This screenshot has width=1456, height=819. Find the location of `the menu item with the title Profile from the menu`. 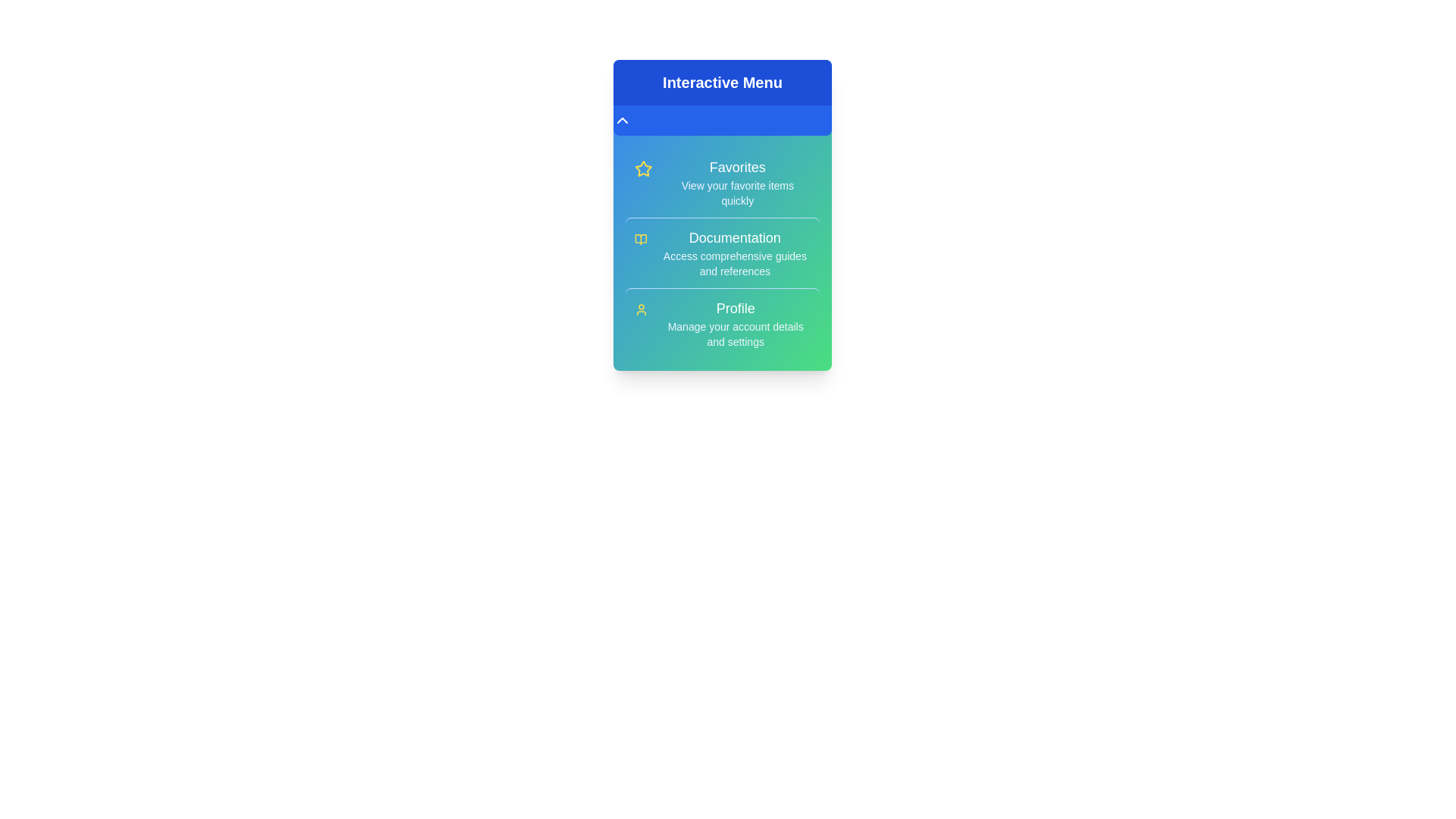

the menu item with the title Profile from the menu is located at coordinates (722, 322).